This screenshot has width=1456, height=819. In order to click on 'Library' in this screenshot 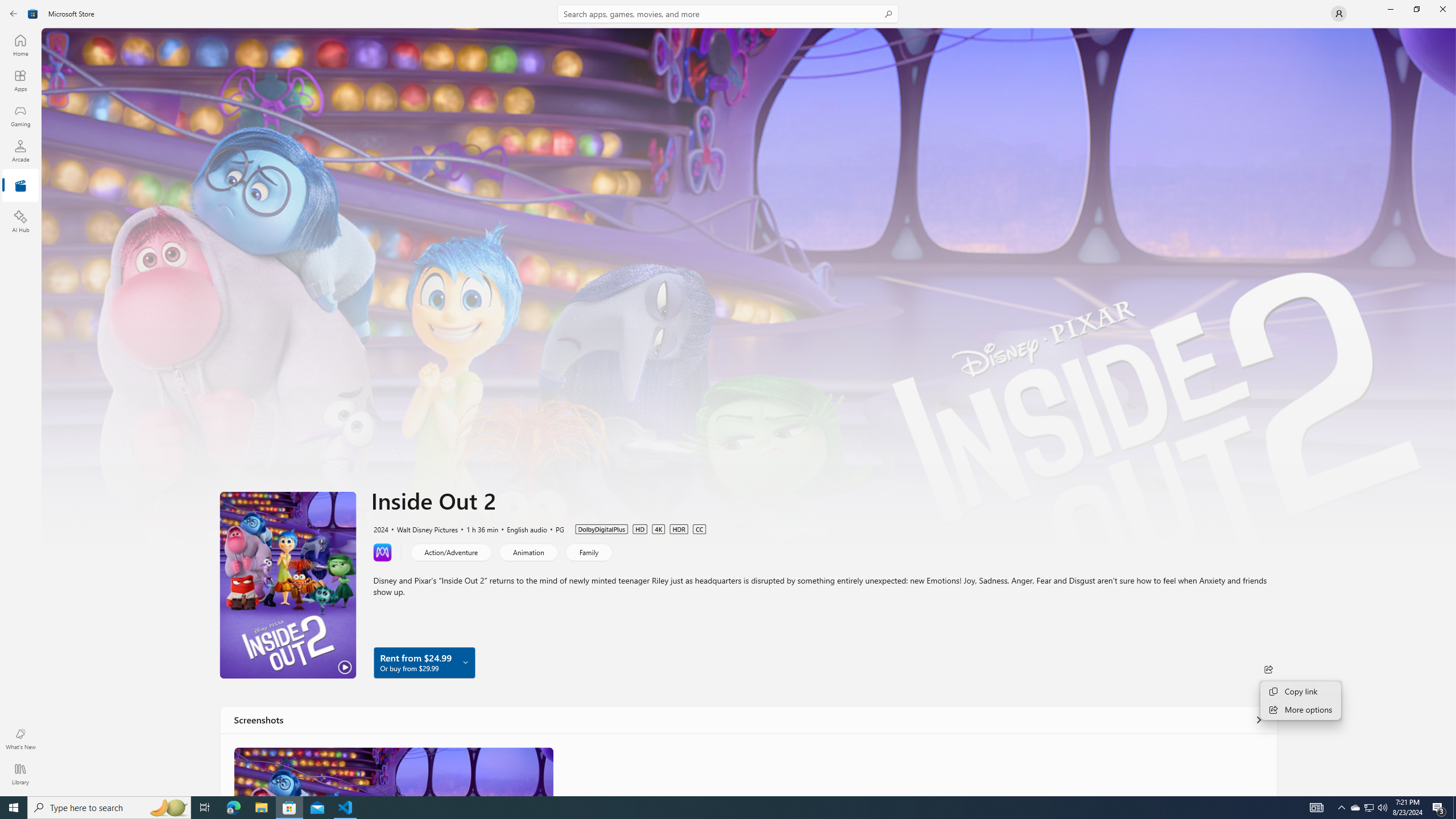, I will do `click(19, 773)`.